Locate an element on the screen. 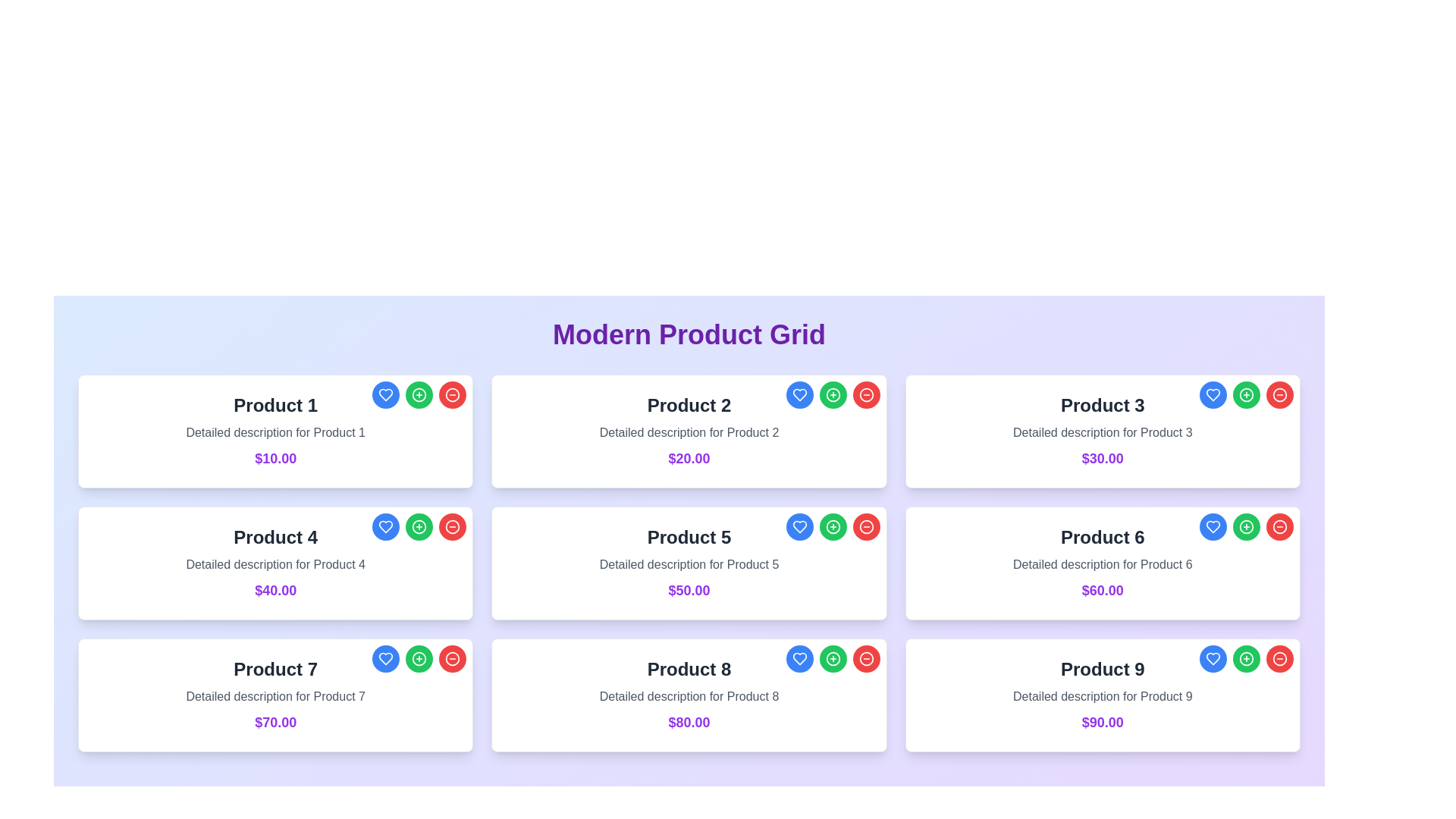 The width and height of the screenshot is (1456, 819). the Product Card representing 'Product 3' is located at coordinates (1103, 431).